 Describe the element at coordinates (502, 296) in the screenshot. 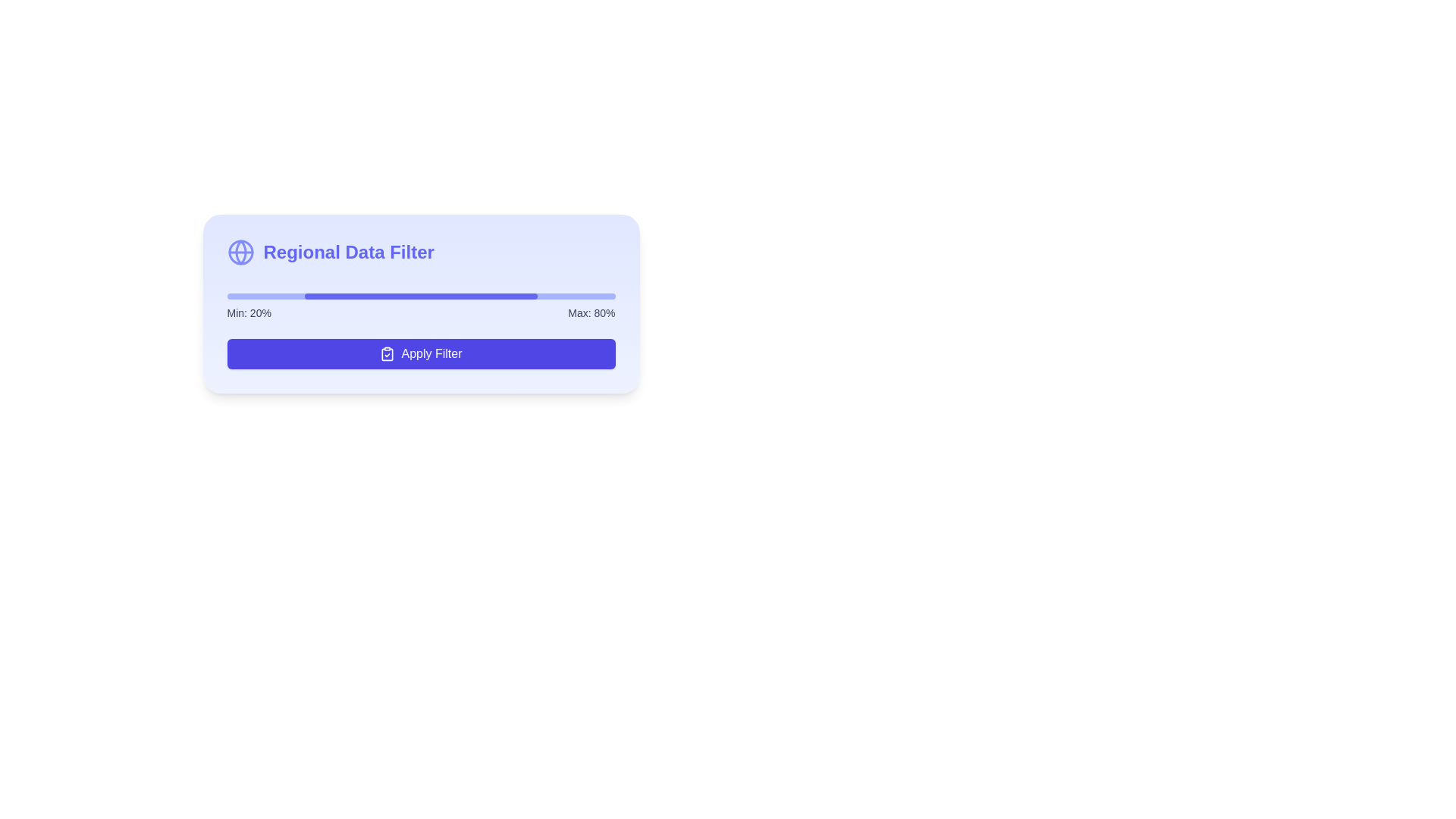

I see `the filter value` at that location.